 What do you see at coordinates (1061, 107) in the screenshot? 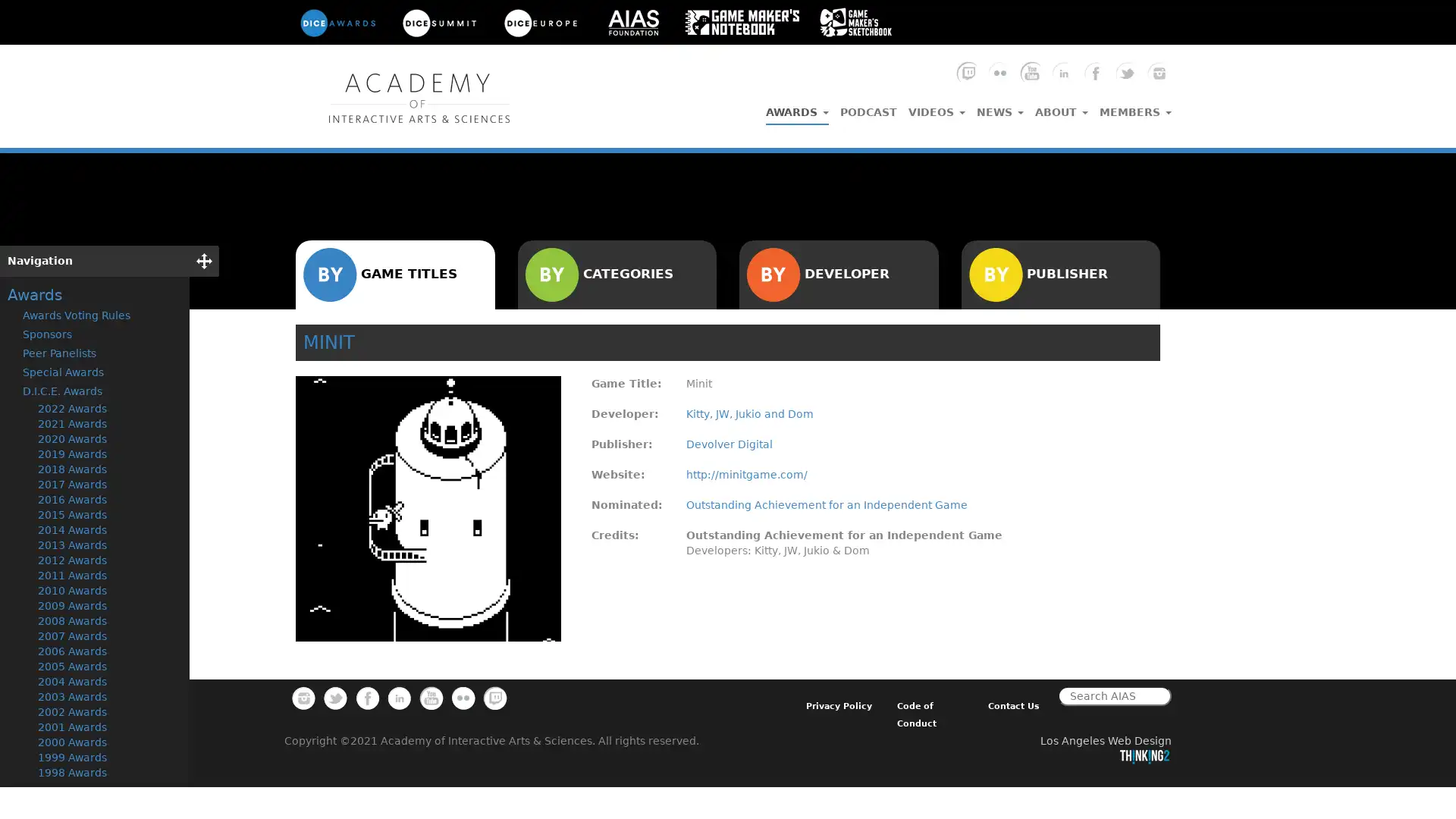
I see `ABOUT` at bounding box center [1061, 107].